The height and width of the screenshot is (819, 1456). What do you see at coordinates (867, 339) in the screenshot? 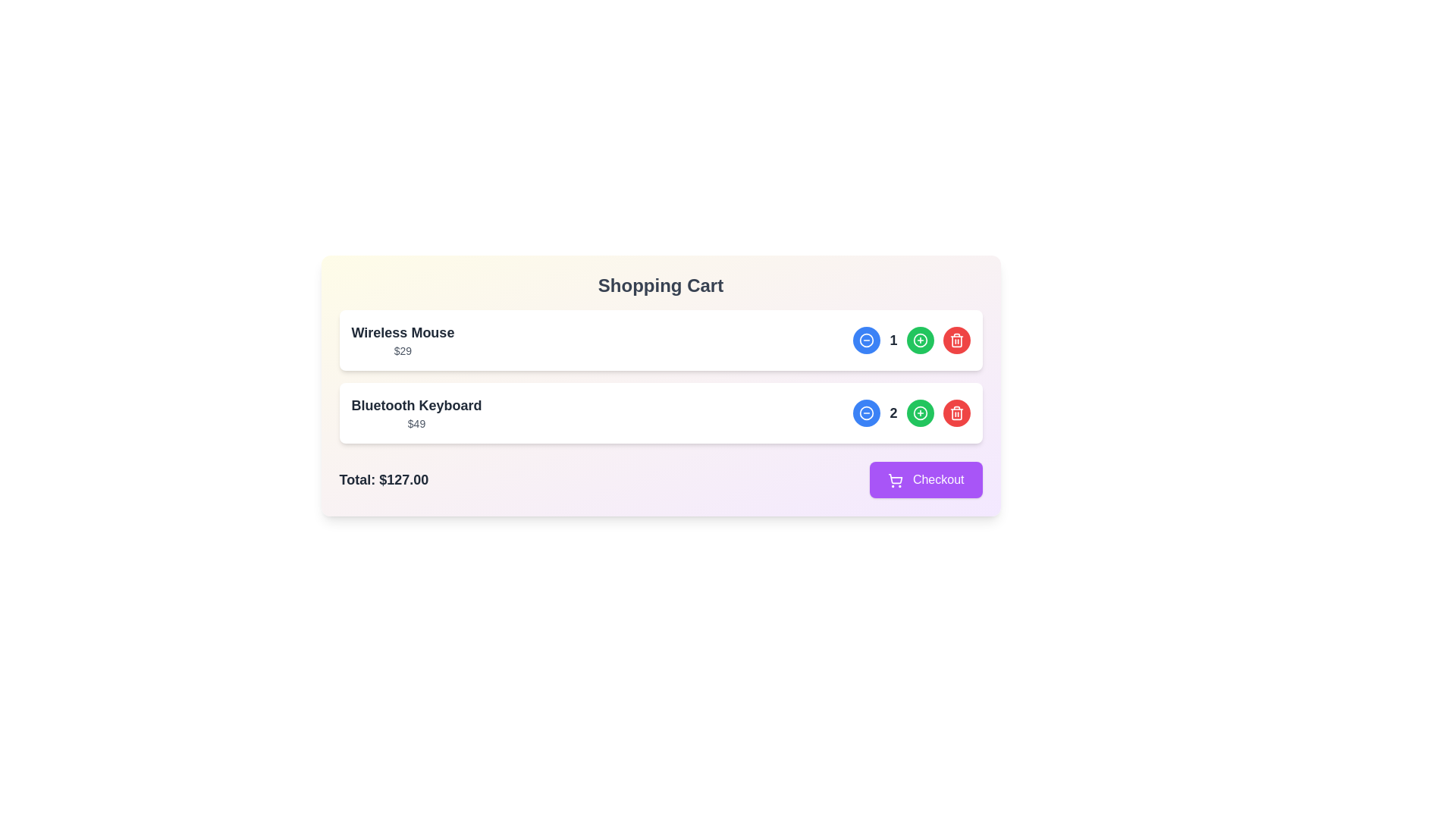
I see `the leftmost button that decreases the quantity of the 'Wireless Mouse' in the shopping cart for keyboard navigation` at bounding box center [867, 339].